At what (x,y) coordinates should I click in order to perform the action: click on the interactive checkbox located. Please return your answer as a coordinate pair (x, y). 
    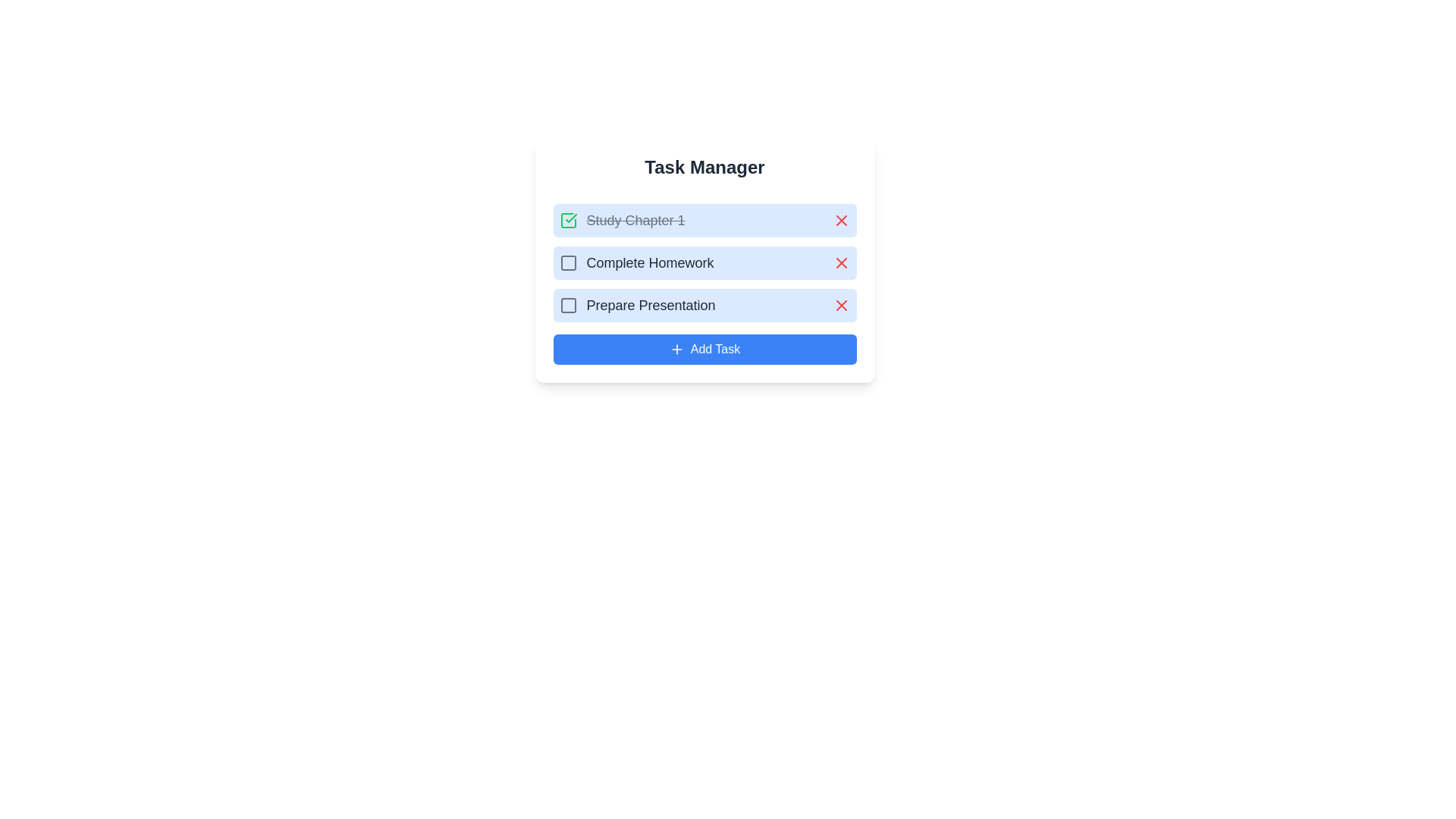
    Looking at the image, I should click on (567, 262).